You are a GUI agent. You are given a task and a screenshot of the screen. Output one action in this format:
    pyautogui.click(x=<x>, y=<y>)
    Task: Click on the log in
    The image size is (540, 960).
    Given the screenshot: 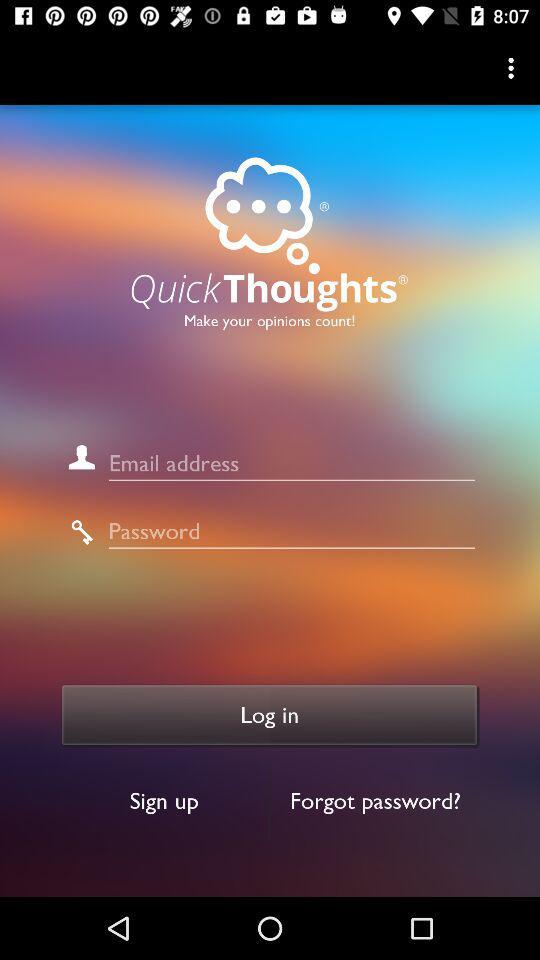 What is the action you would take?
    pyautogui.click(x=270, y=715)
    